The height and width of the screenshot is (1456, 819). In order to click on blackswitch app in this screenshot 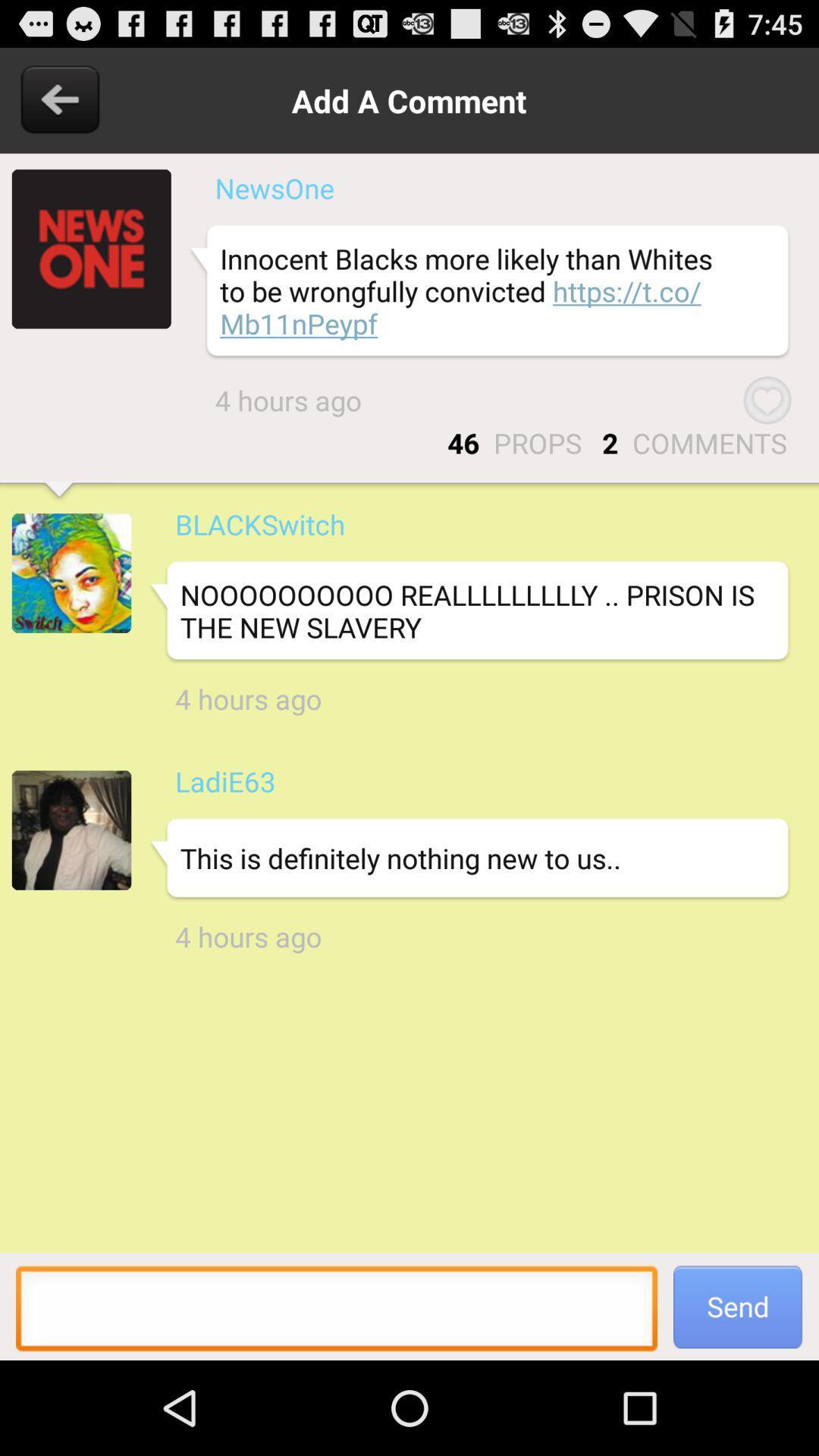, I will do `click(259, 524)`.